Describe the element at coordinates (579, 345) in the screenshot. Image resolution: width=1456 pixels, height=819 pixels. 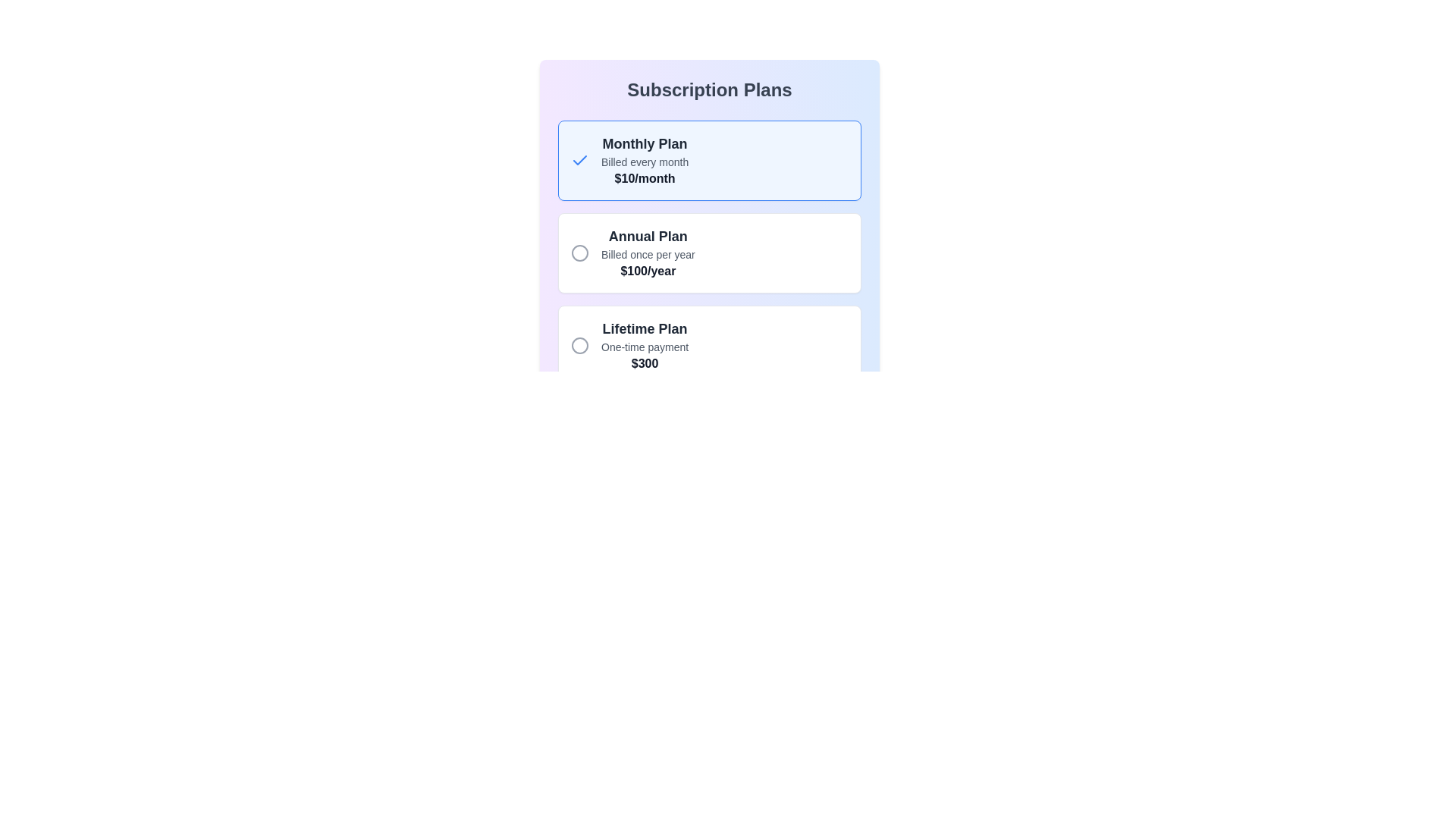
I see `the circular radio button located to the left of the 'Lifetime Plan' text` at that location.